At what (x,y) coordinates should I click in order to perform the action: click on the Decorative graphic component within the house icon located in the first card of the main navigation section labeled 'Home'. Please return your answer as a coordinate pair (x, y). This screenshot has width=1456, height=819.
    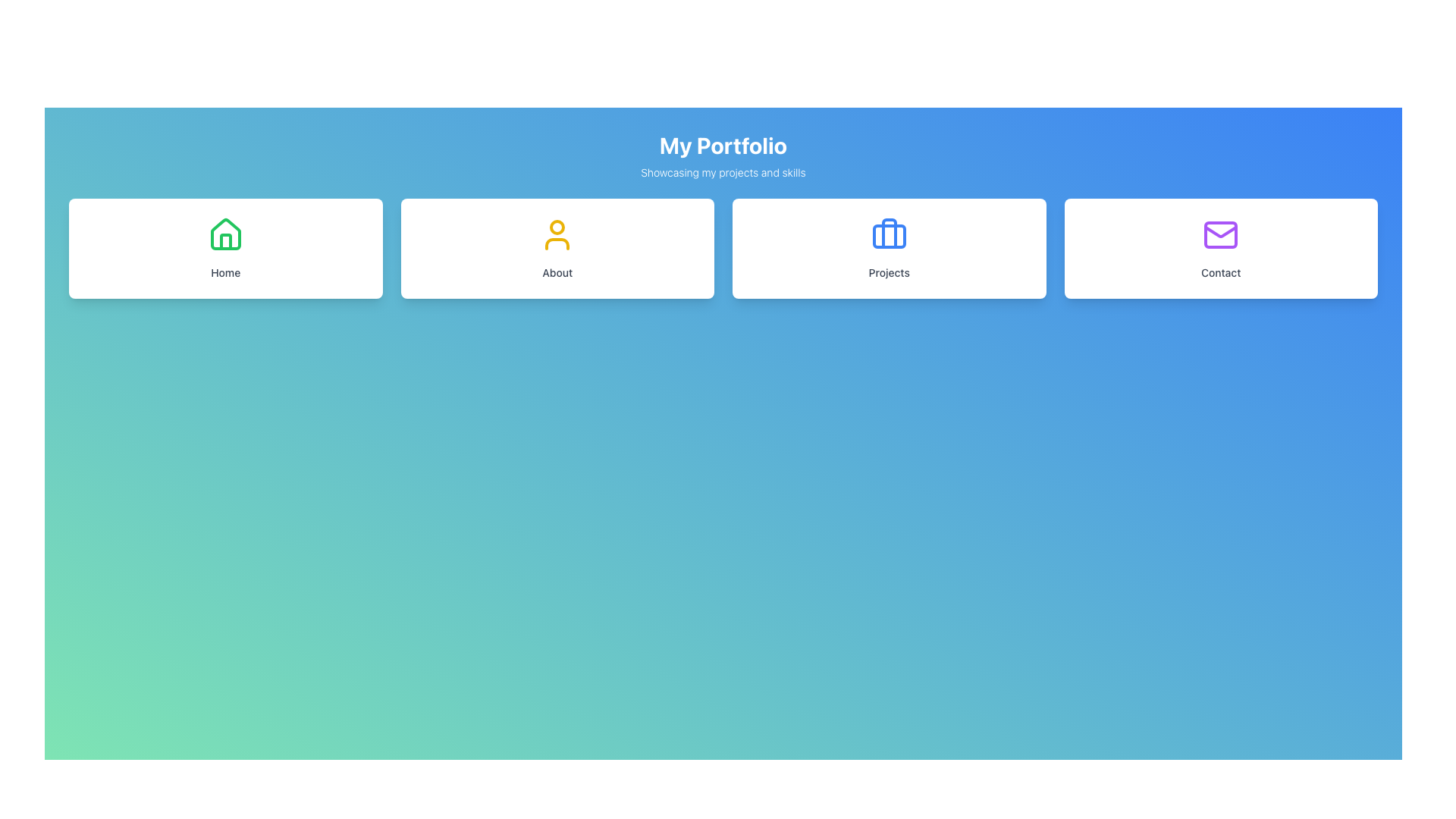
    Looking at the image, I should click on (224, 241).